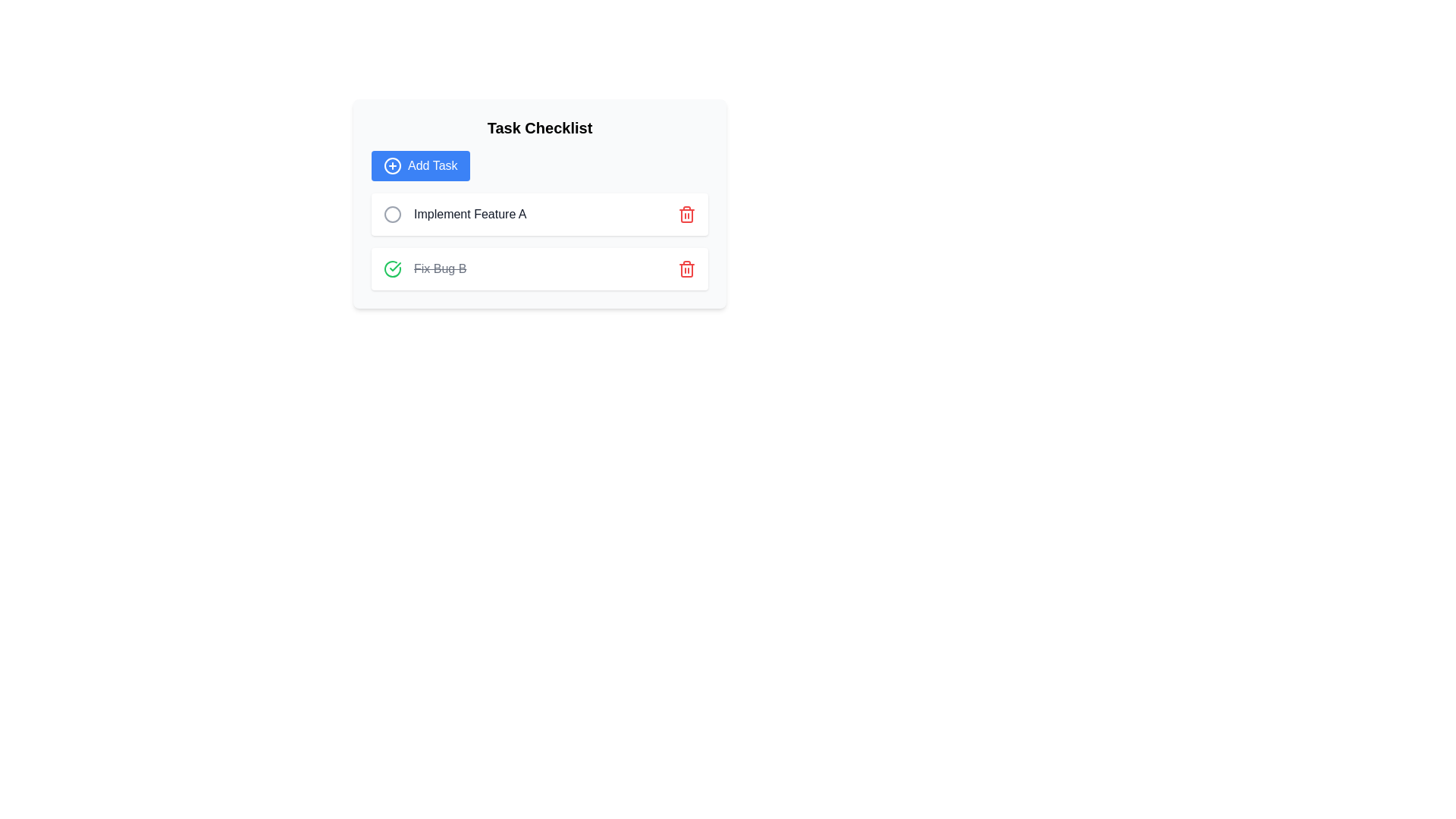 This screenshot has width=1456, height=819. I want to click on the completed task text label in the second task row of the checklist, which has a green checkmark on its left and a red delete icon on its right, so click(439, 268).